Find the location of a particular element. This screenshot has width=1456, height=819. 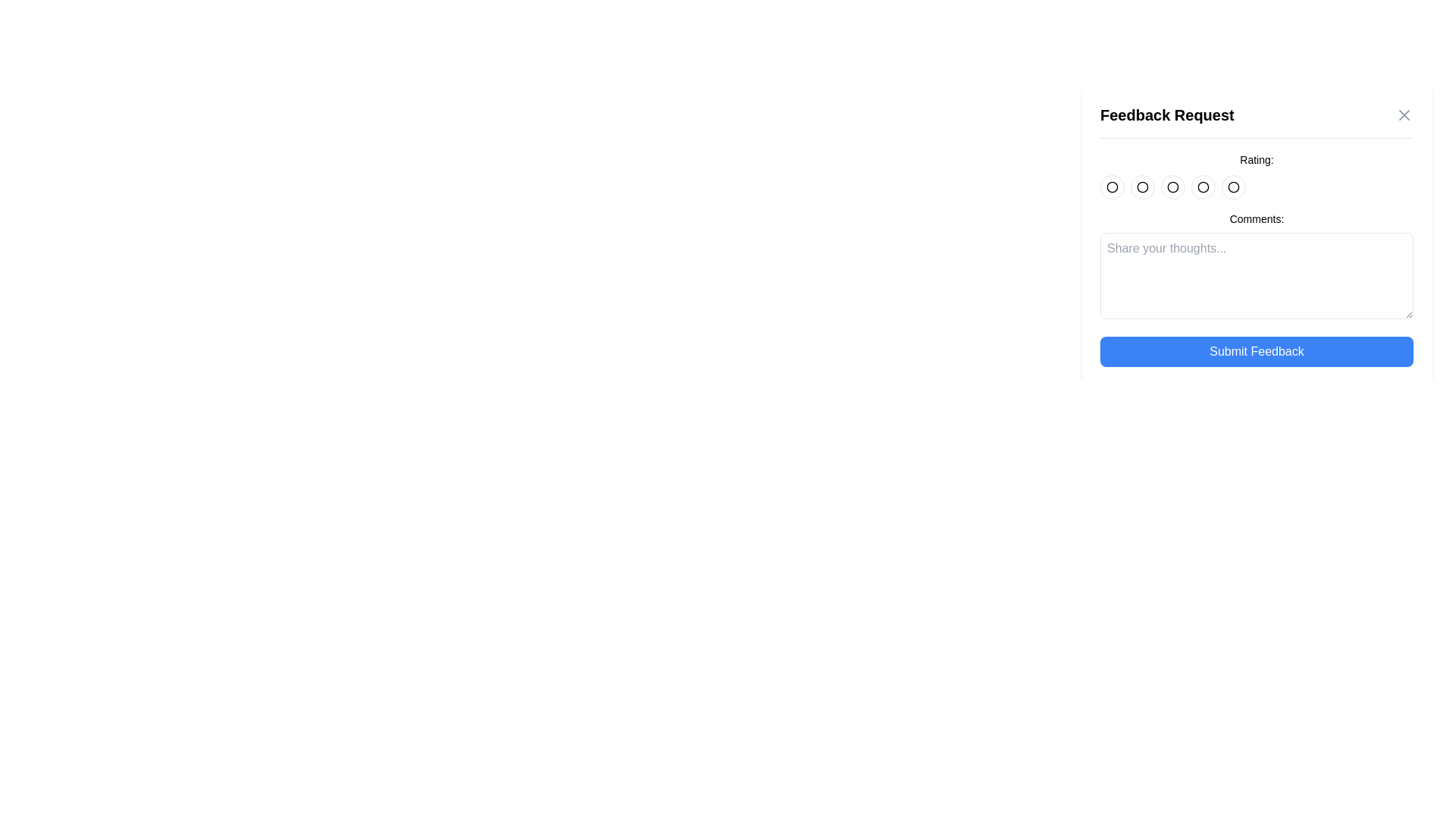

text label that serves as the title of the feedback form, positioned at the leftmost part of the header section is located at coordinates (1166, 114).